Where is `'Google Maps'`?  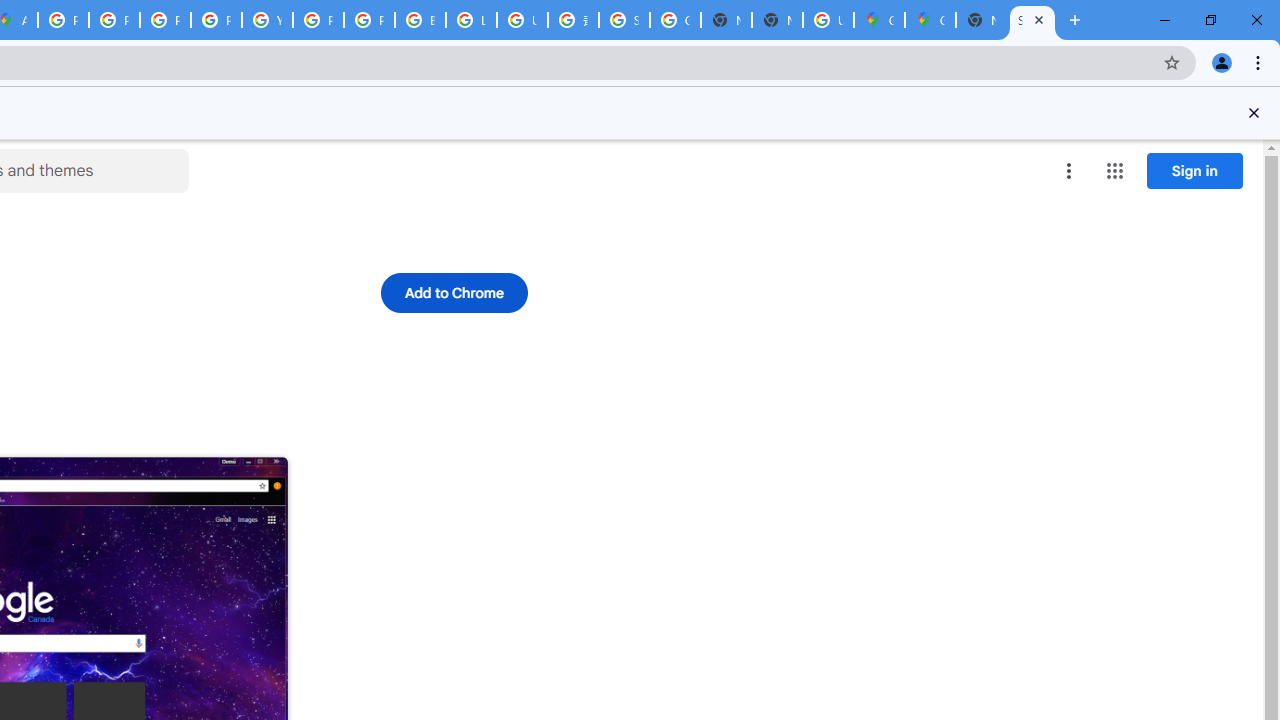 'Google Maps' is located at coordinates (879, 20).